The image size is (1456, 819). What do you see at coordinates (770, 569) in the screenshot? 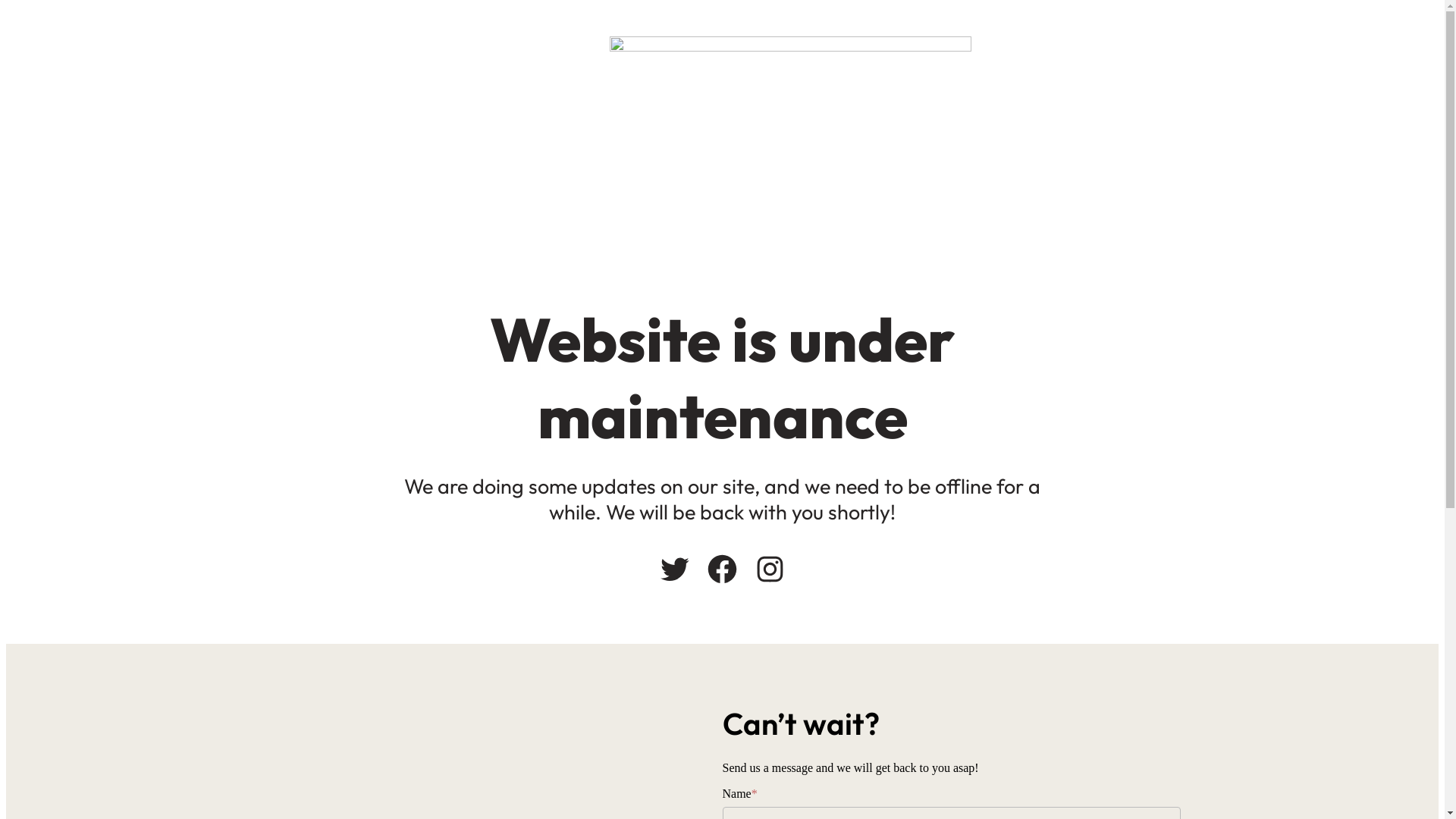
I see `'Instagram'` at bounding box center [770, 569].